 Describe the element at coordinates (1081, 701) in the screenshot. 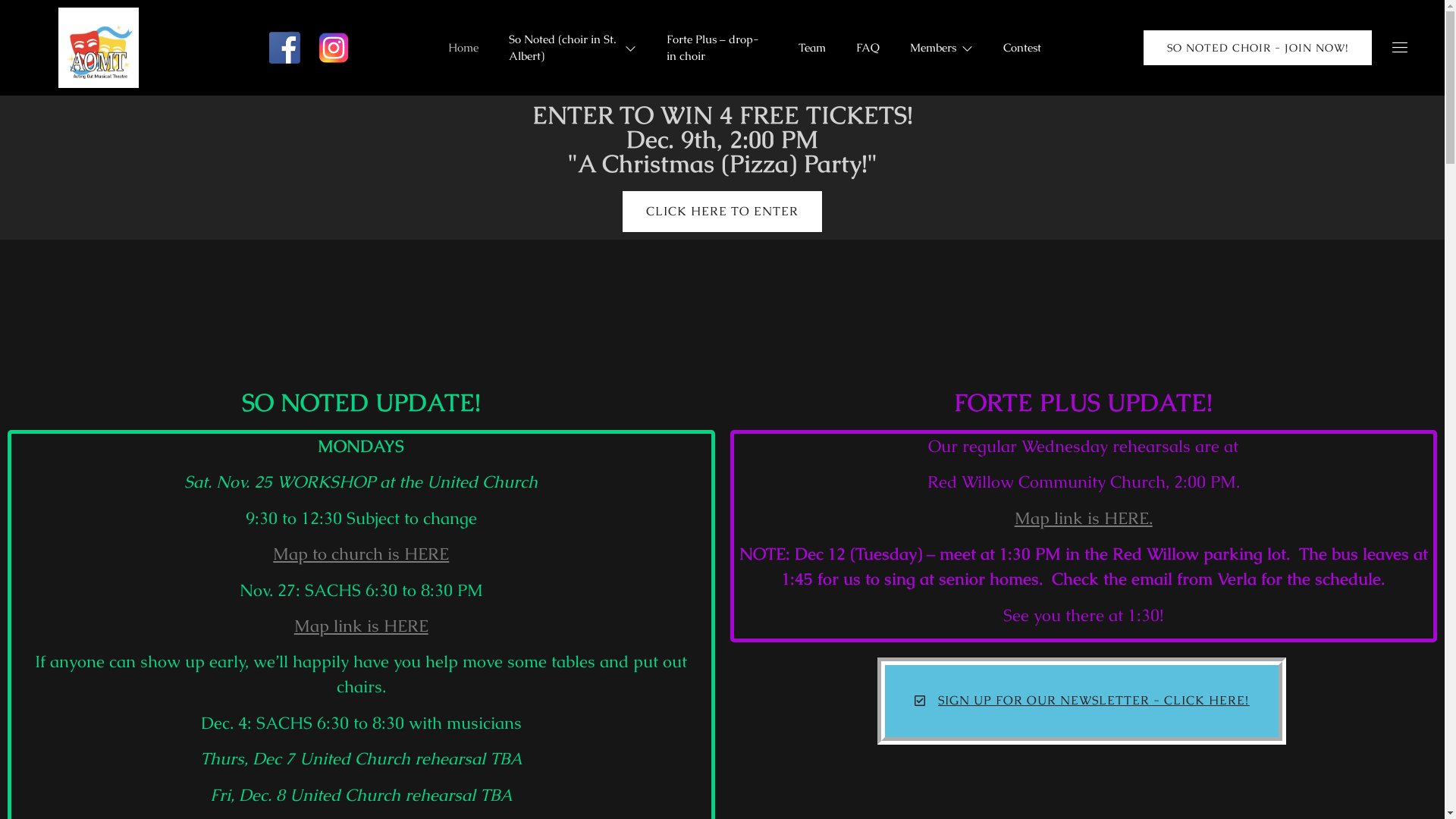

I see `'SIGN UP FOR OUR NEWSLETTER - CLICK HERE!'` at that location.